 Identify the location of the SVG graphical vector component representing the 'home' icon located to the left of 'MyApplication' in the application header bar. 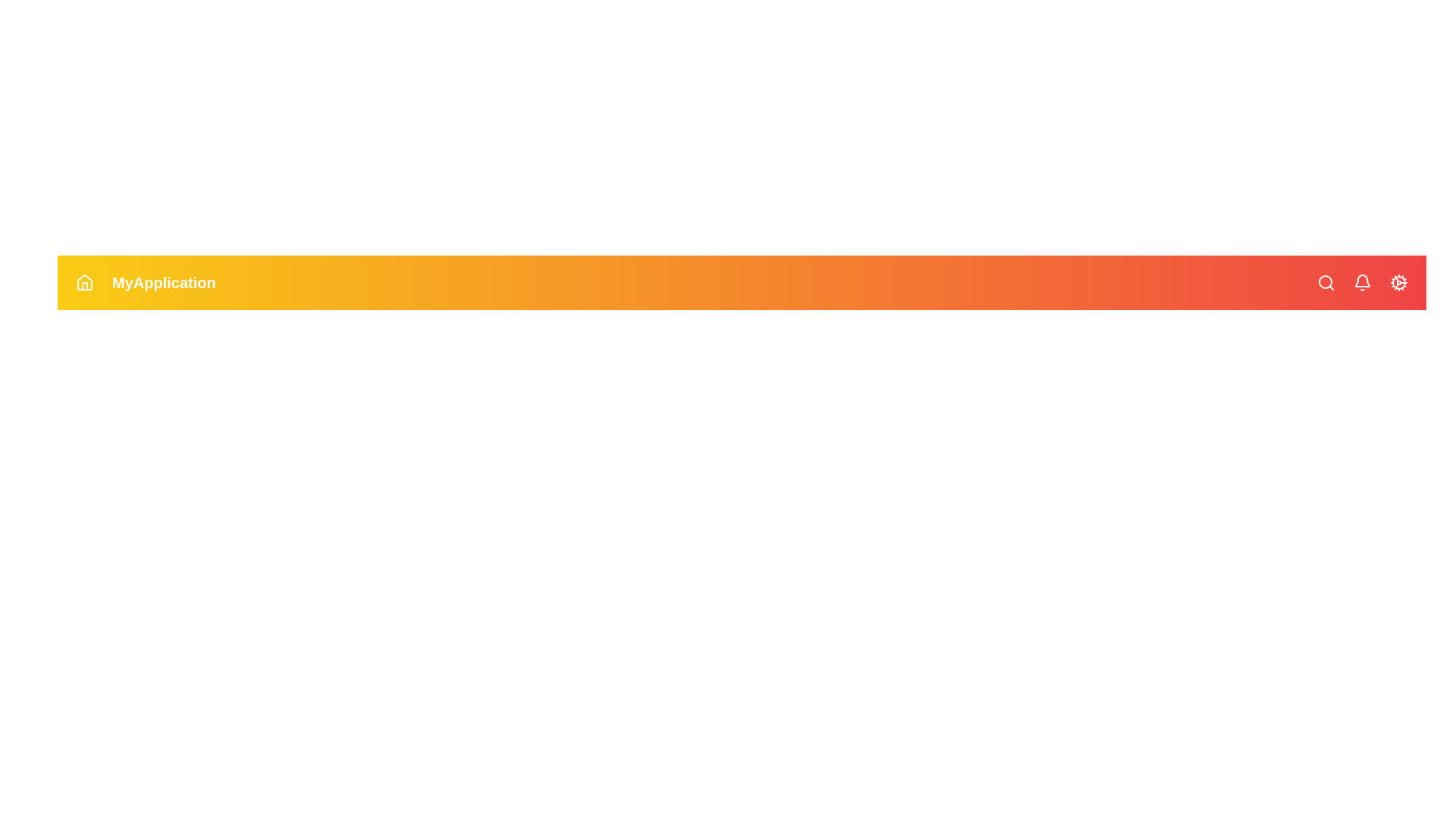
(83, 281).